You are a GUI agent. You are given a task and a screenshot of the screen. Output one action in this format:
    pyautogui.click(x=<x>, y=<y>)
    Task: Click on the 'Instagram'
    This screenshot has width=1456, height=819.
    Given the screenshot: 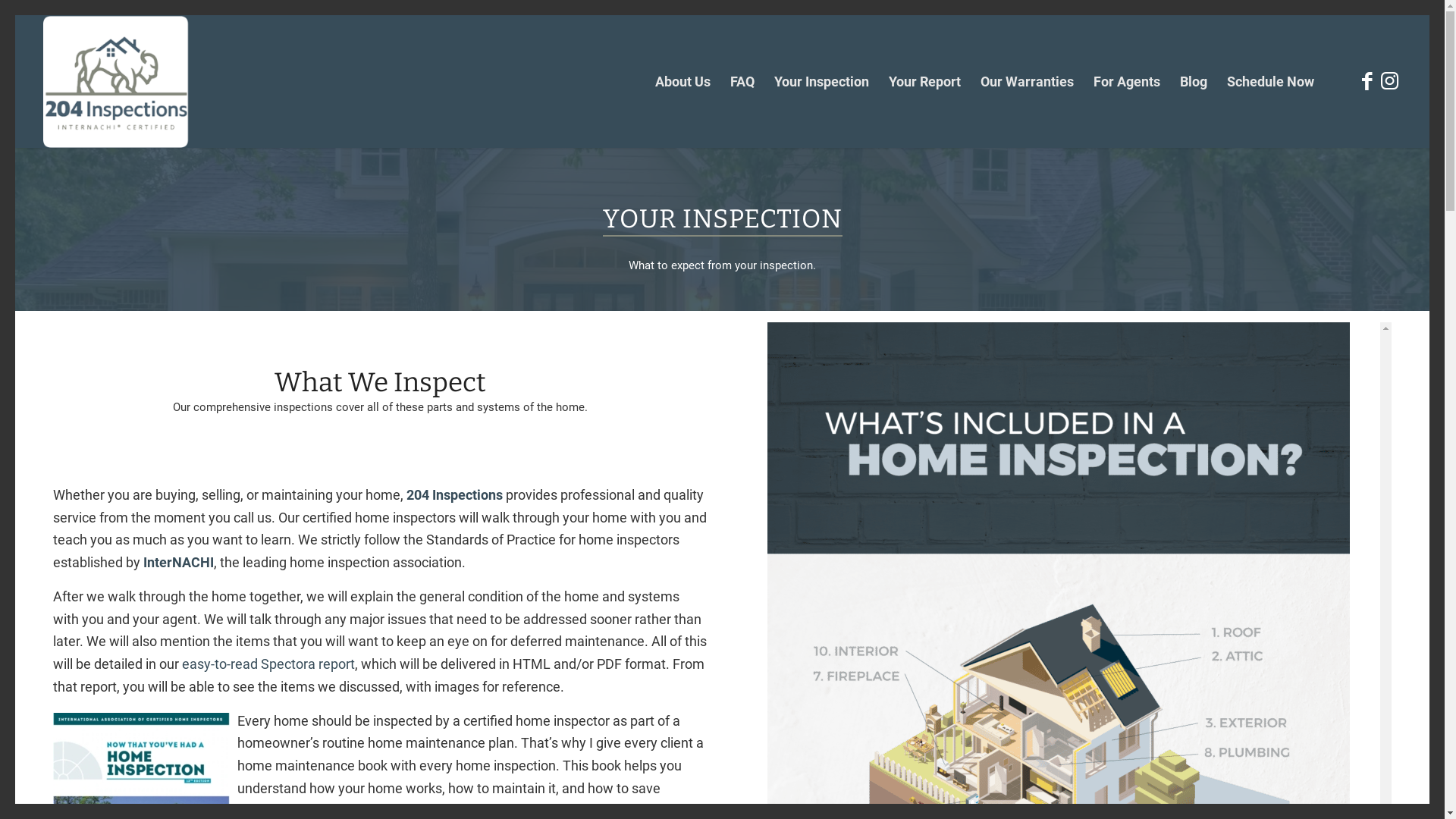 What is the action you would take?
    pyautogui.click(x=1390, y=81)
    